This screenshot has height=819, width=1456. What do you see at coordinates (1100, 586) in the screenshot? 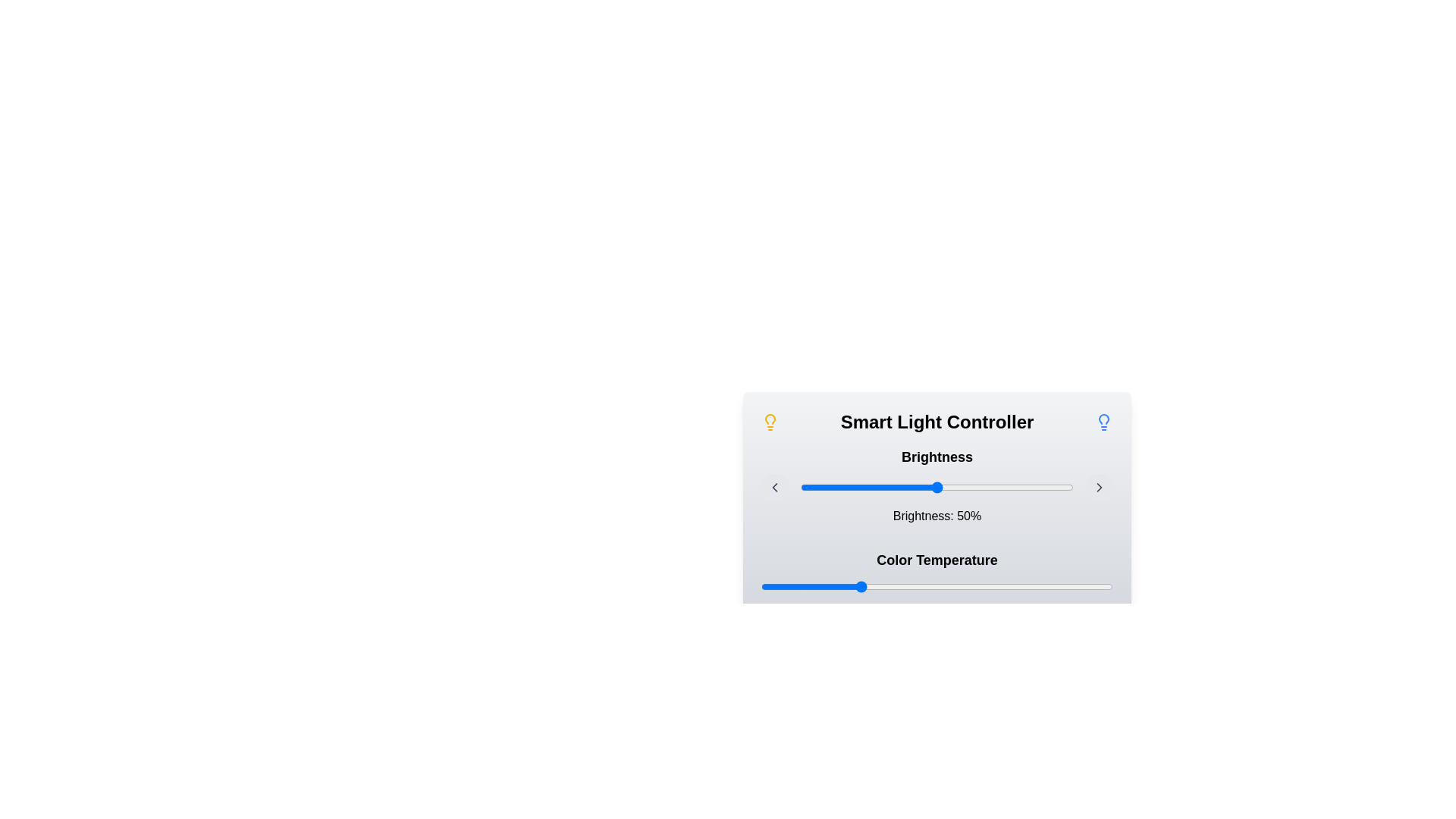
I see `the color temperature` at bounding box center [1100, 586].